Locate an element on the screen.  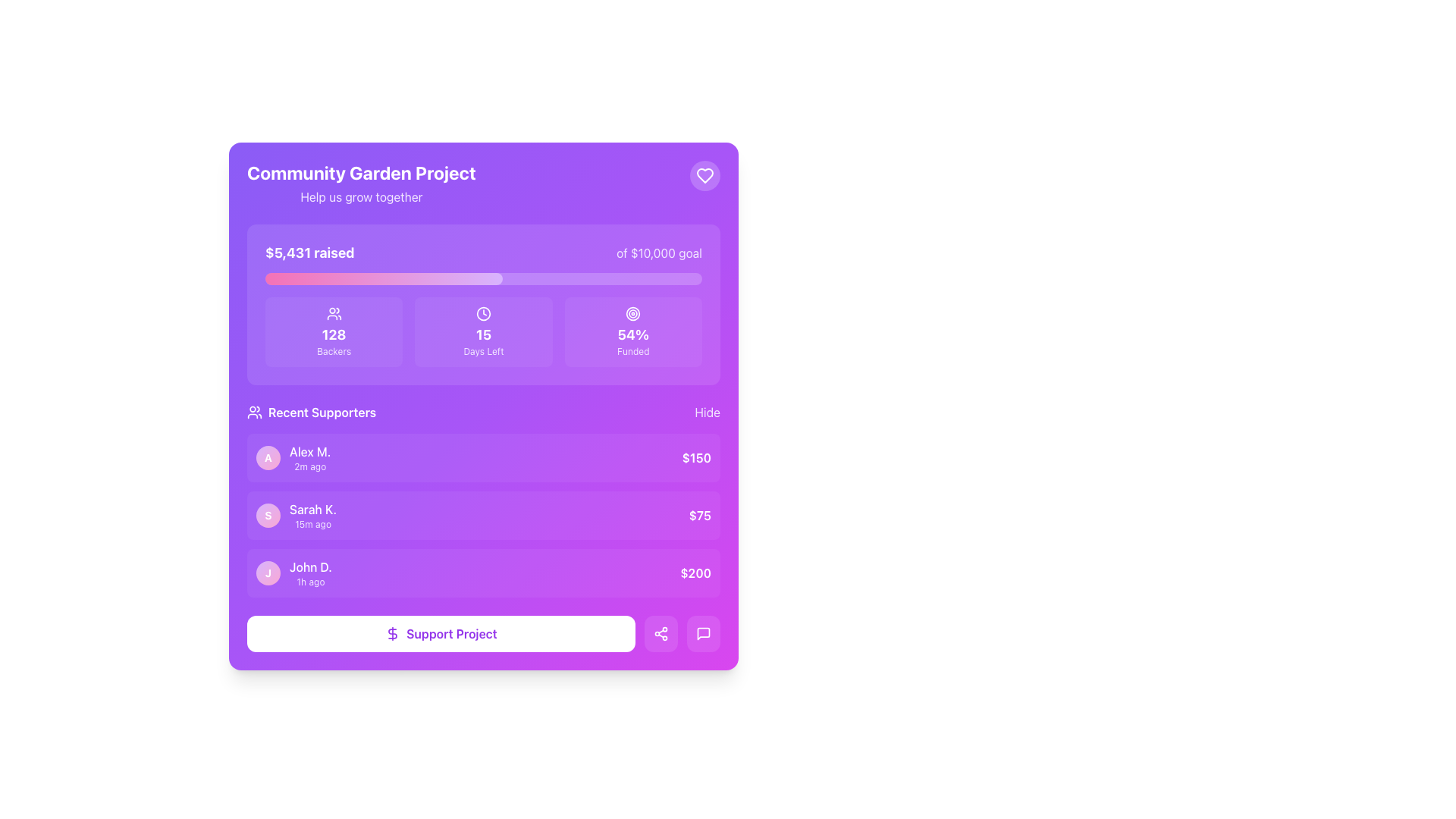
the bold, white-colored numeric text '128' displayed prominently on a purple background, located within the 'Community Garden Project' card, above the label 'Backers' is located at coordinates (333, 334).